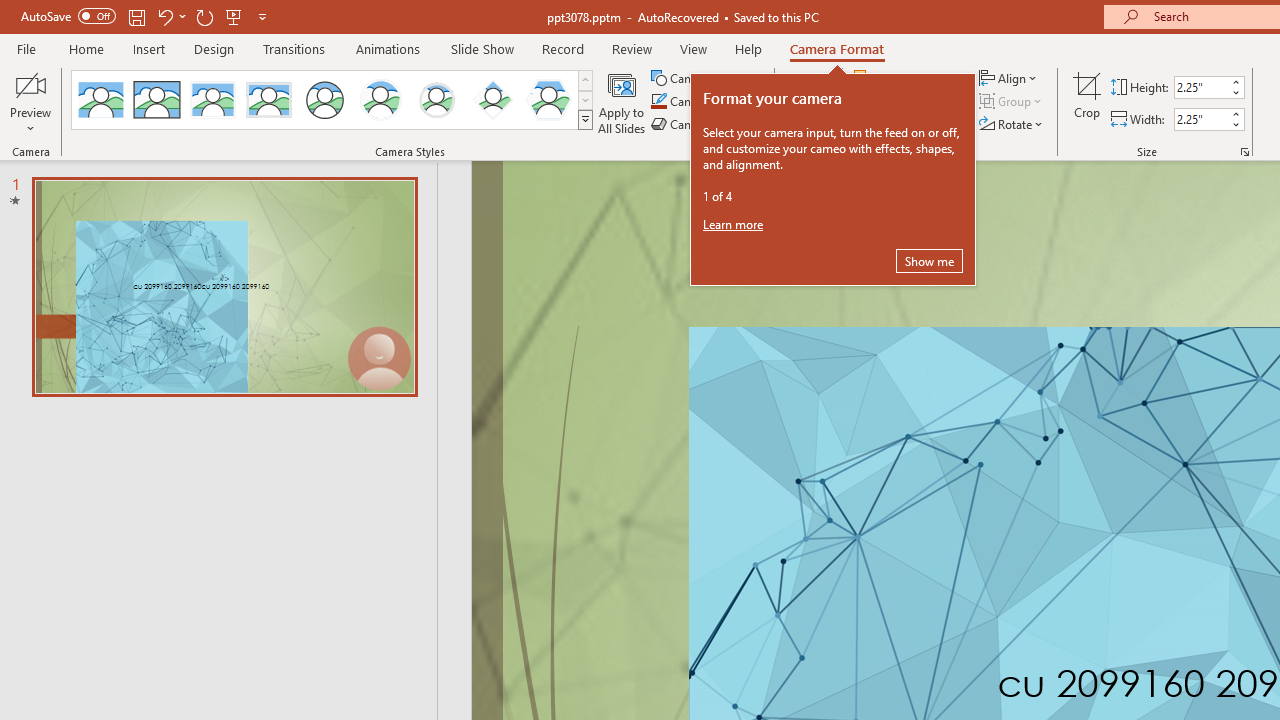 The image size is (1280, 720). Describe the element at coordinates (213, 100) in the screenshot. I see `'Center Shadow Rectangle'` at that location.